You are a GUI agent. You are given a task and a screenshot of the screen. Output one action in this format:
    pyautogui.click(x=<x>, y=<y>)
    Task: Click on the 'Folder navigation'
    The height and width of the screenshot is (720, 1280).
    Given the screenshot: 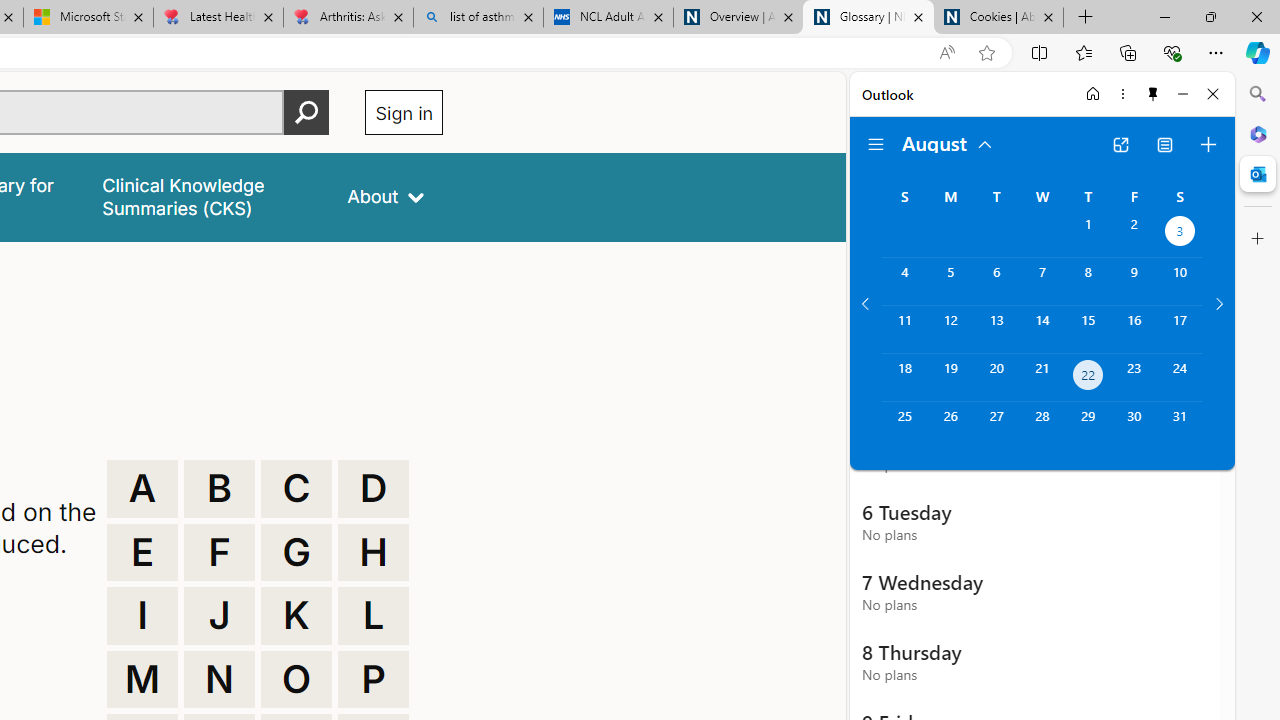 What is the action you would take?
    pyautogui.click(x=876, y=144)
    